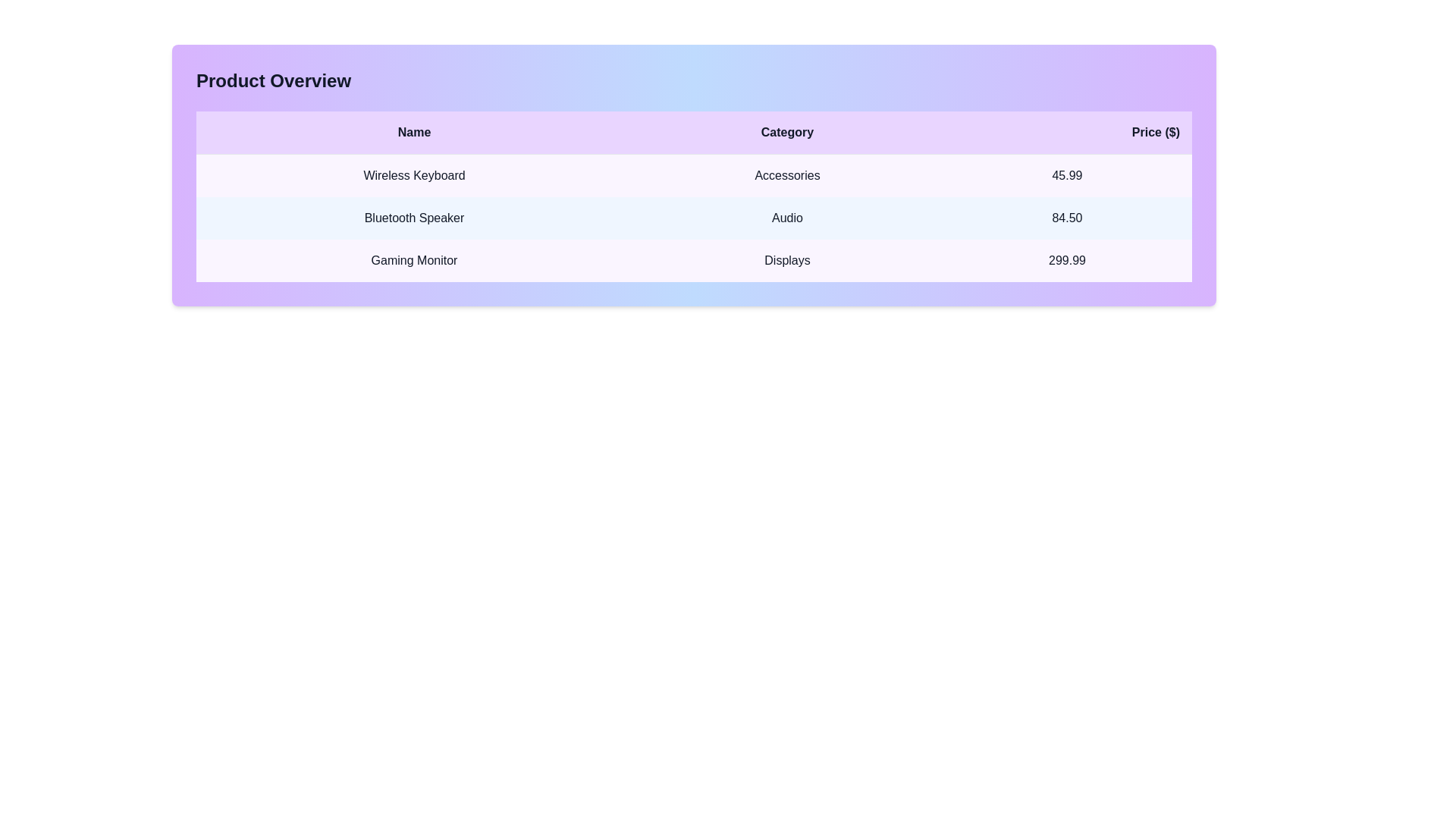  I want to click on the 'Bluetooth Speaker' text label in the first column of the second row within the 'Product Overview' table, so click(414, 218).